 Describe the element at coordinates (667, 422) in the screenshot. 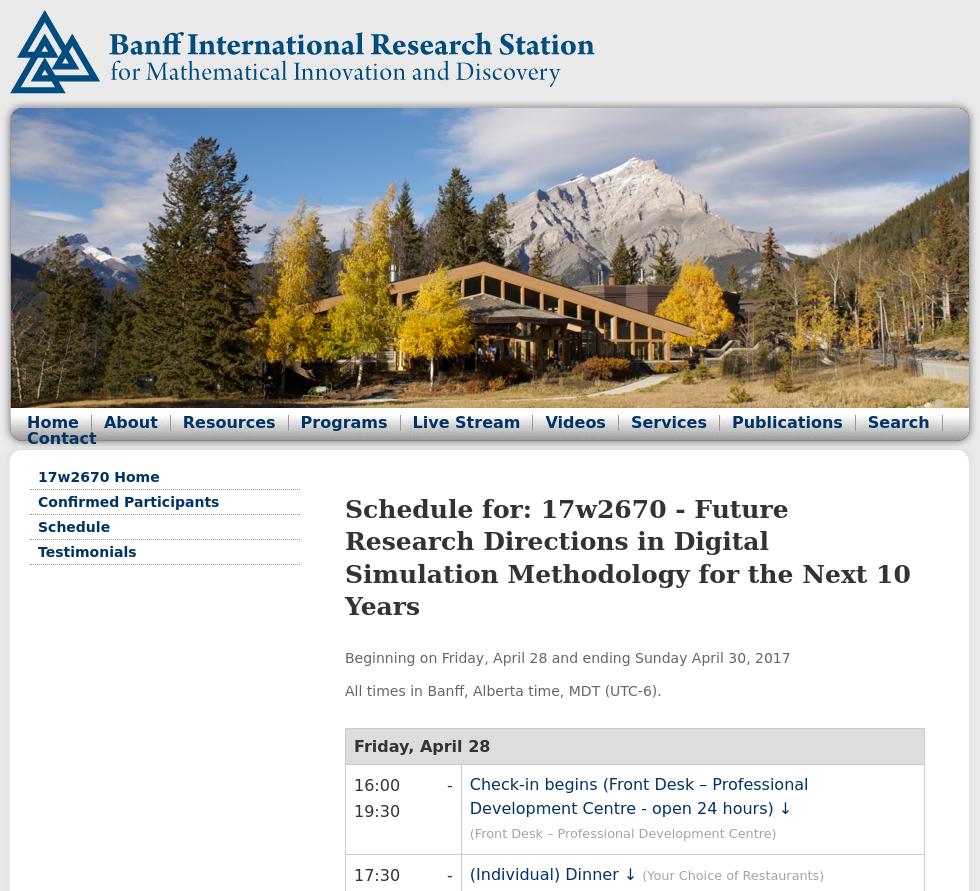

I see `'Services'` at that location.